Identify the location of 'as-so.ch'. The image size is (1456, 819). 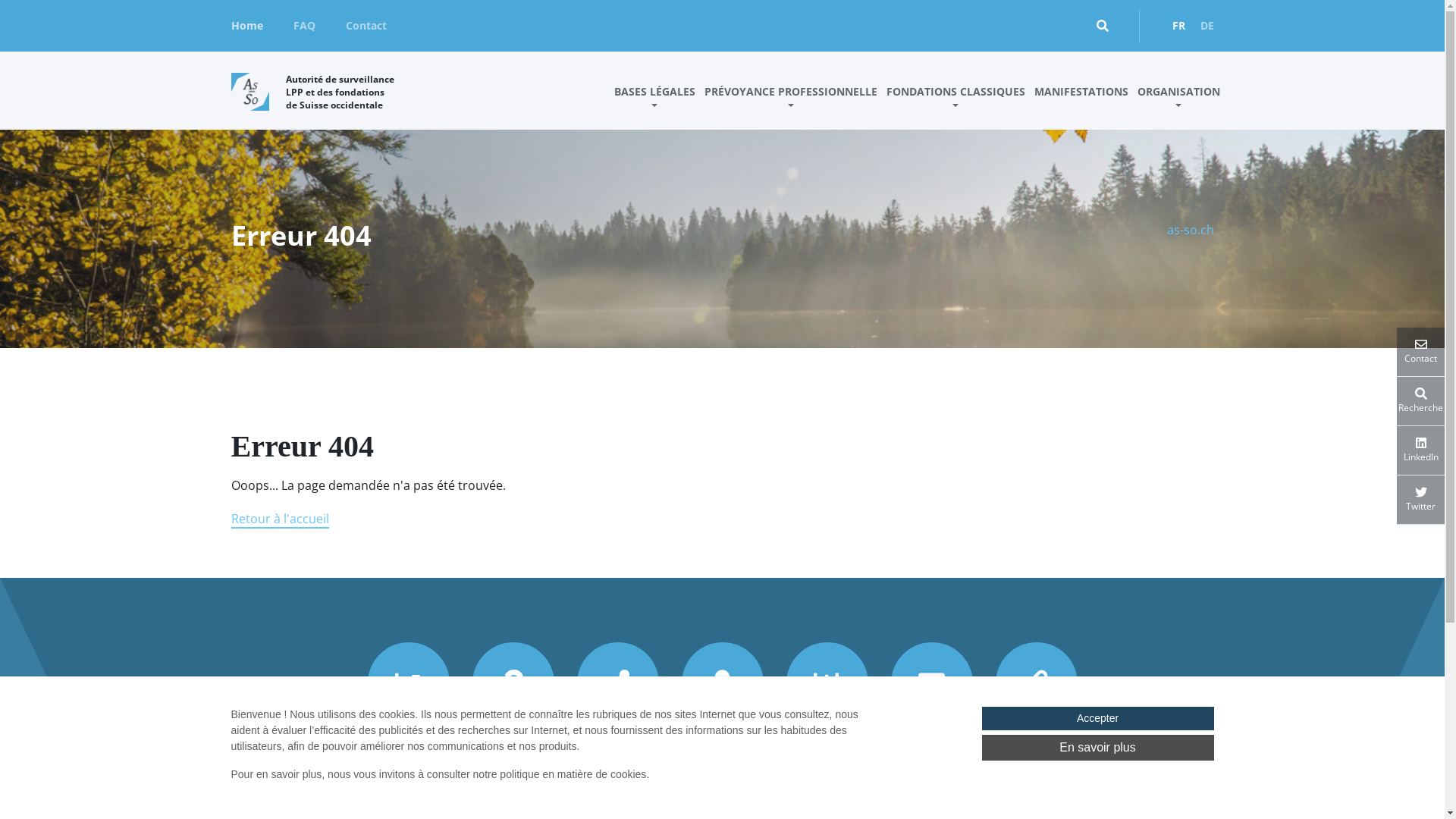
(1189, 230).